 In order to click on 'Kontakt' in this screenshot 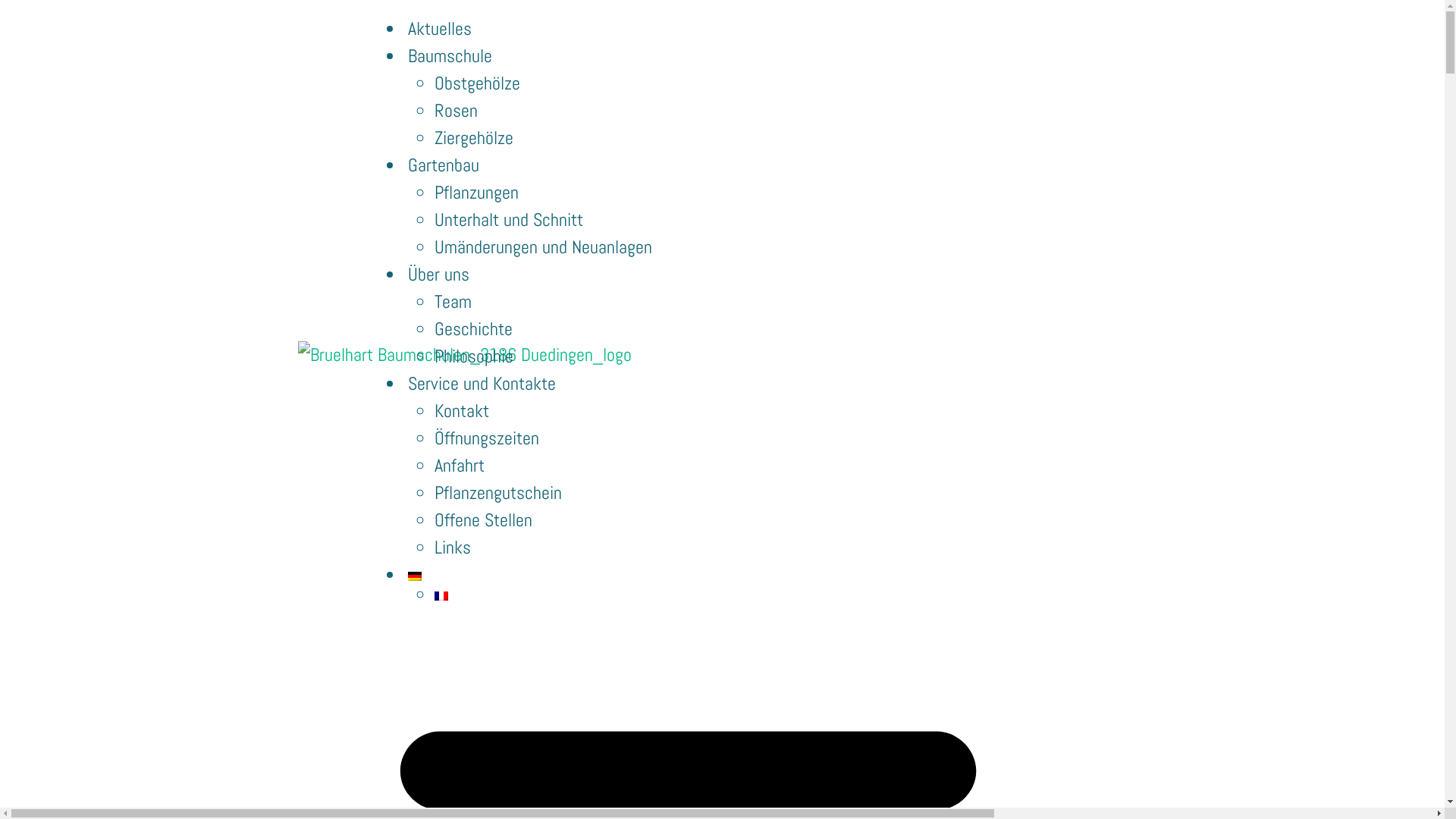, I will do `click(461, 410)`.